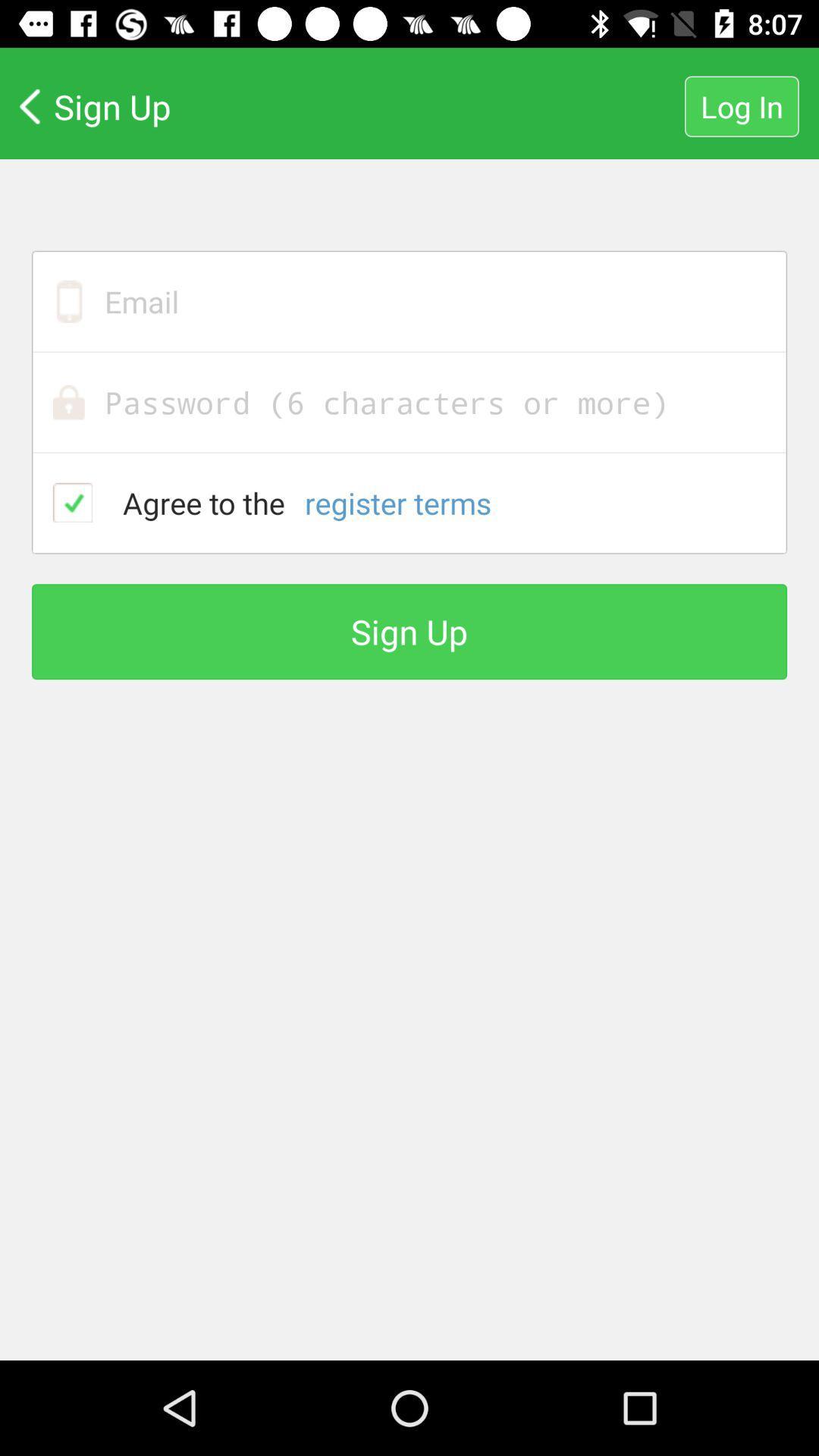  Describe the element at coordinates (73, 502) in the screenshot. I see `agree to the register terms` at that location.